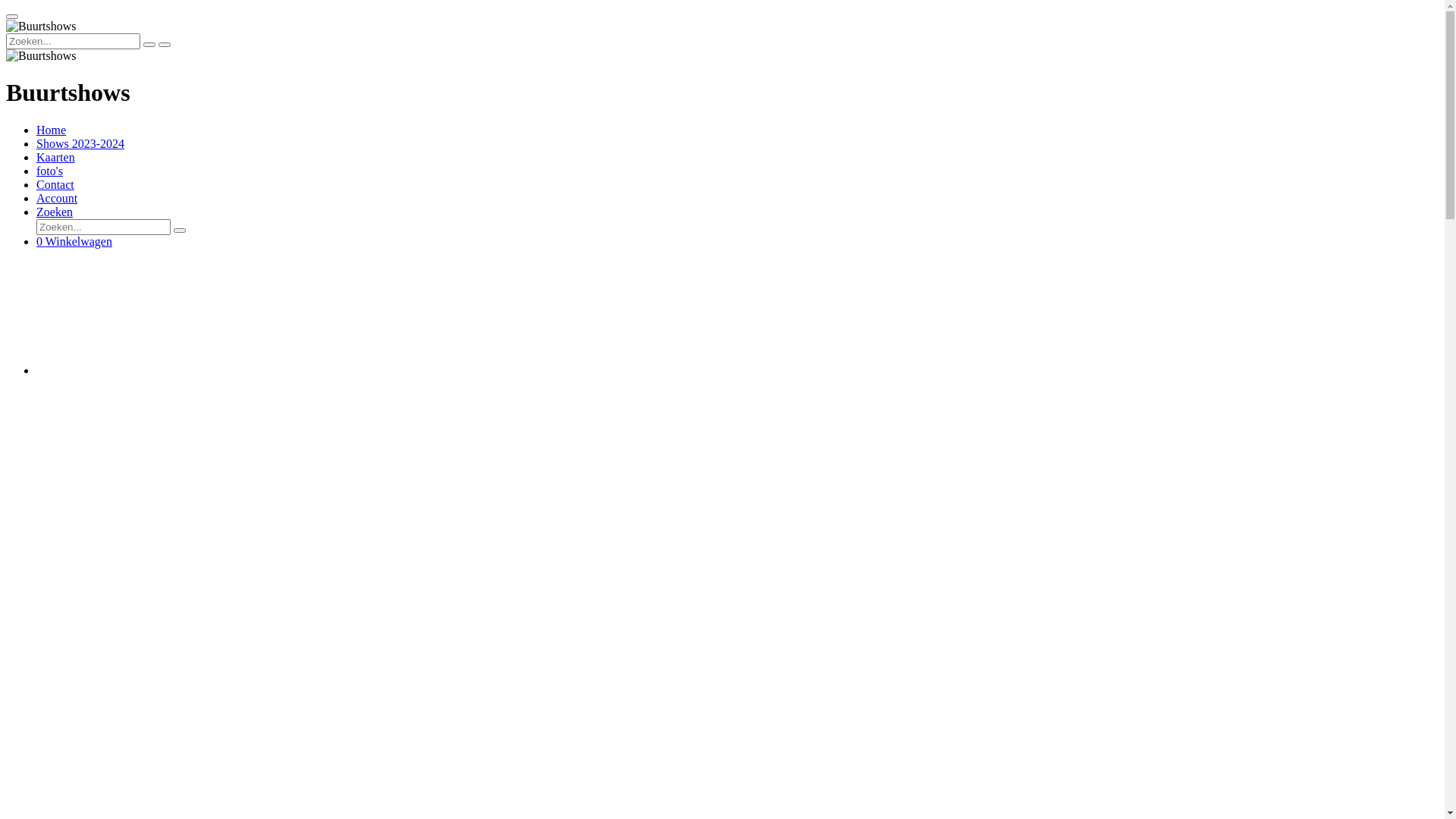 The height and width of the screenshot is (819, 1456). I want to click on 'Account', so click(57, 197).